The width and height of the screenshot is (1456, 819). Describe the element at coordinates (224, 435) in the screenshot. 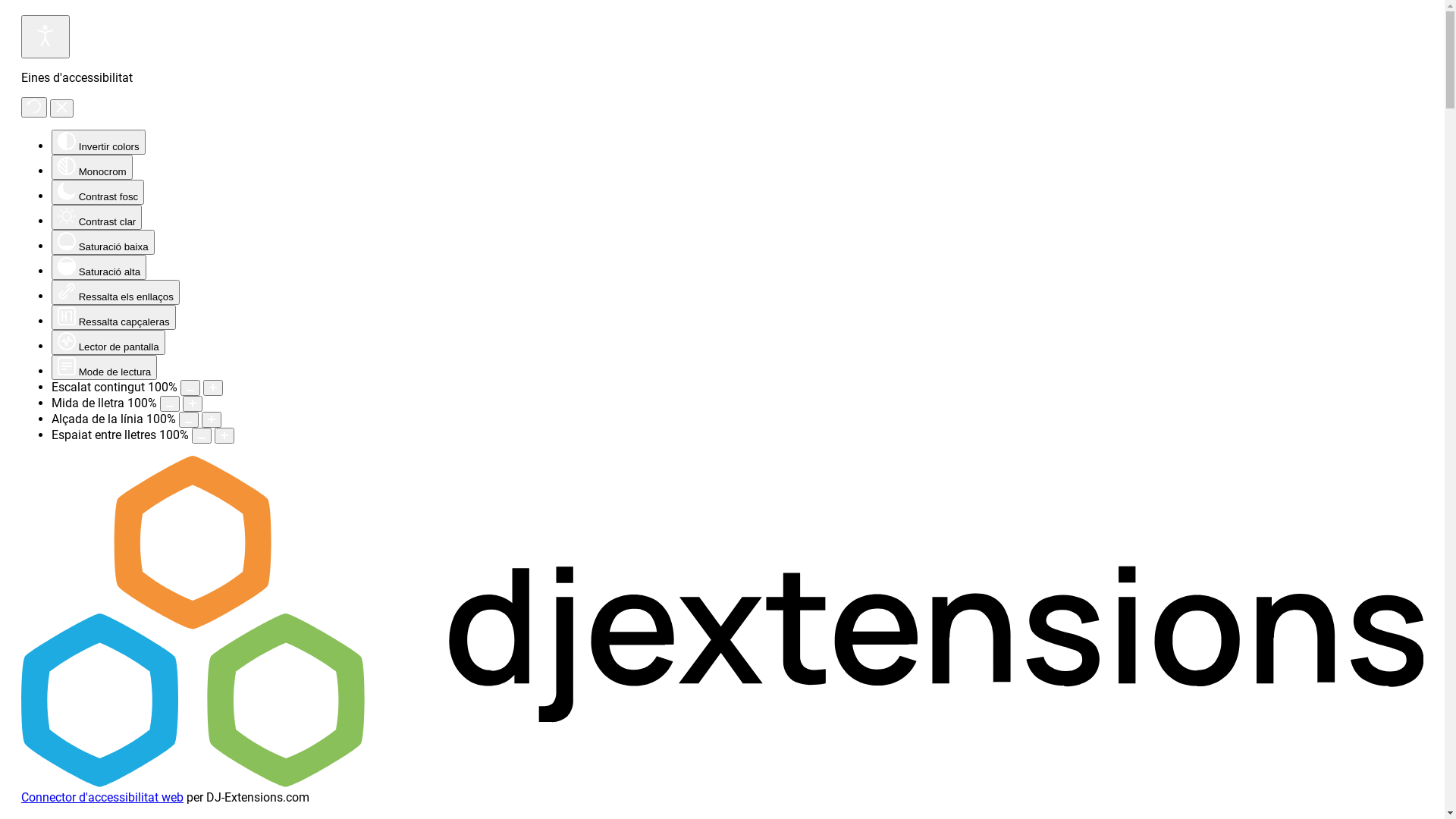

I see `'Augmenta l'espai entre lletres'` at that location.